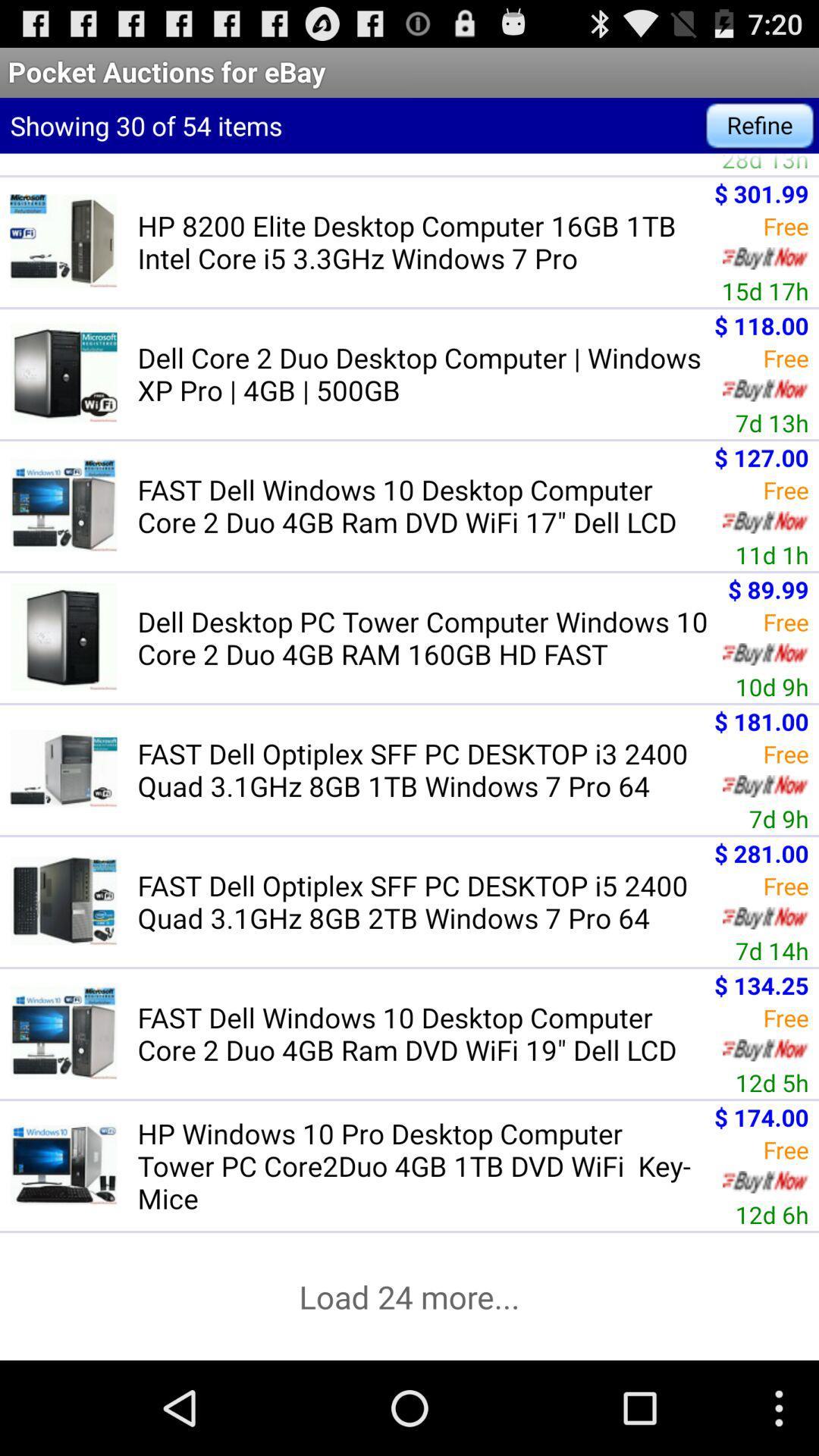  Describe the element at coordinates (765, 164) in the screenshot. I see `the icon above the $ 301.99` at that location.